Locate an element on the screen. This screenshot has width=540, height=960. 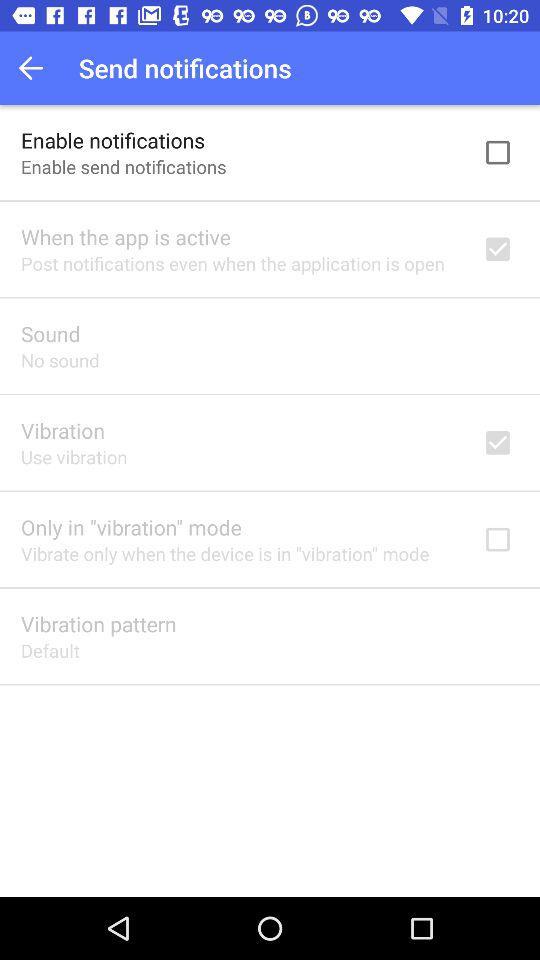
the item to the left of send notifications is located at coordinates (36, 68).